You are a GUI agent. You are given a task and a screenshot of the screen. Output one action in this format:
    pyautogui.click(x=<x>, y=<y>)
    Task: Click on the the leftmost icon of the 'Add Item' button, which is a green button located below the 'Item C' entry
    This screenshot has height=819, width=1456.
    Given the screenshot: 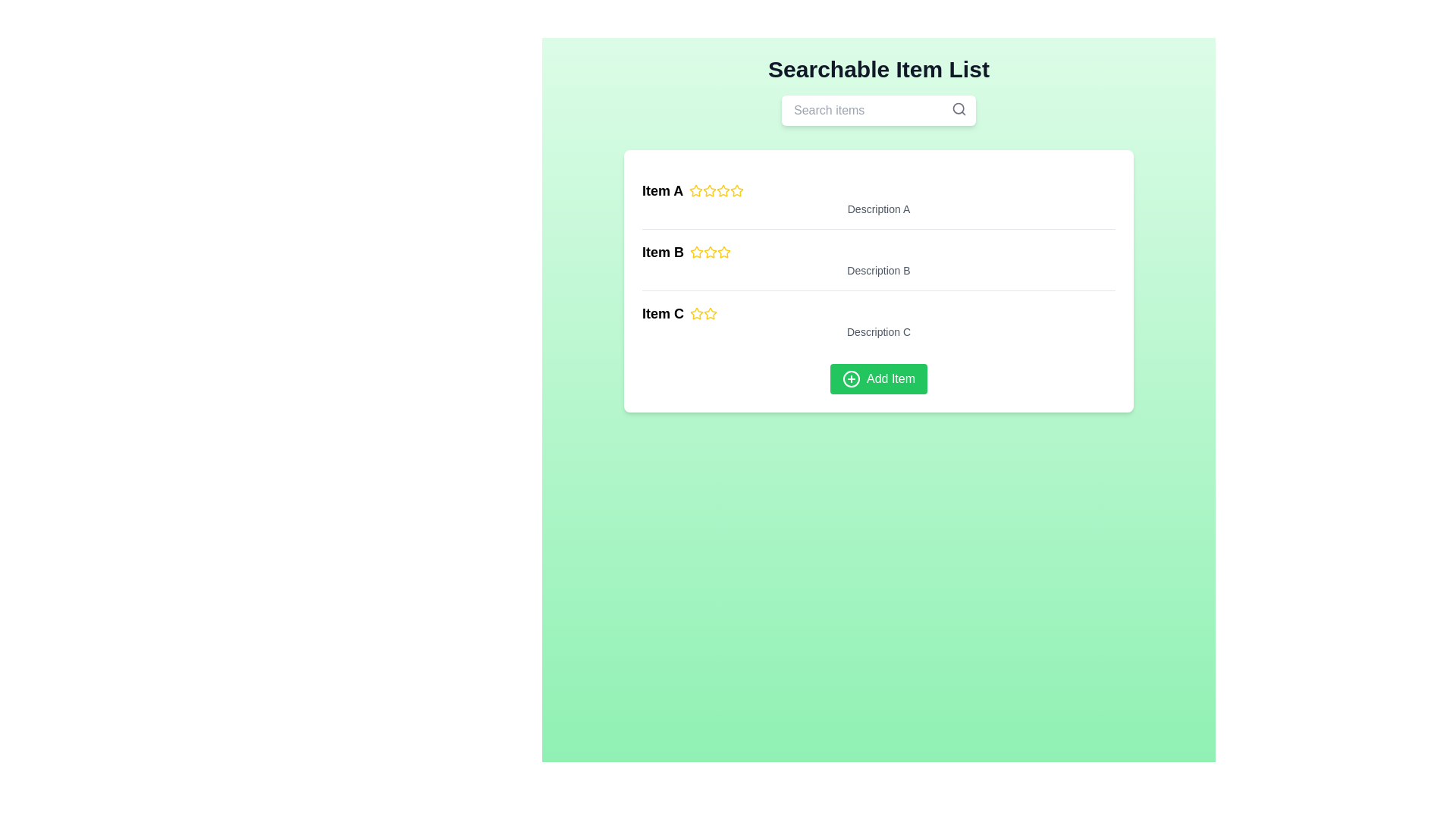 What is the action you would take?
    pyautogui.click(x=852, y=378)
    